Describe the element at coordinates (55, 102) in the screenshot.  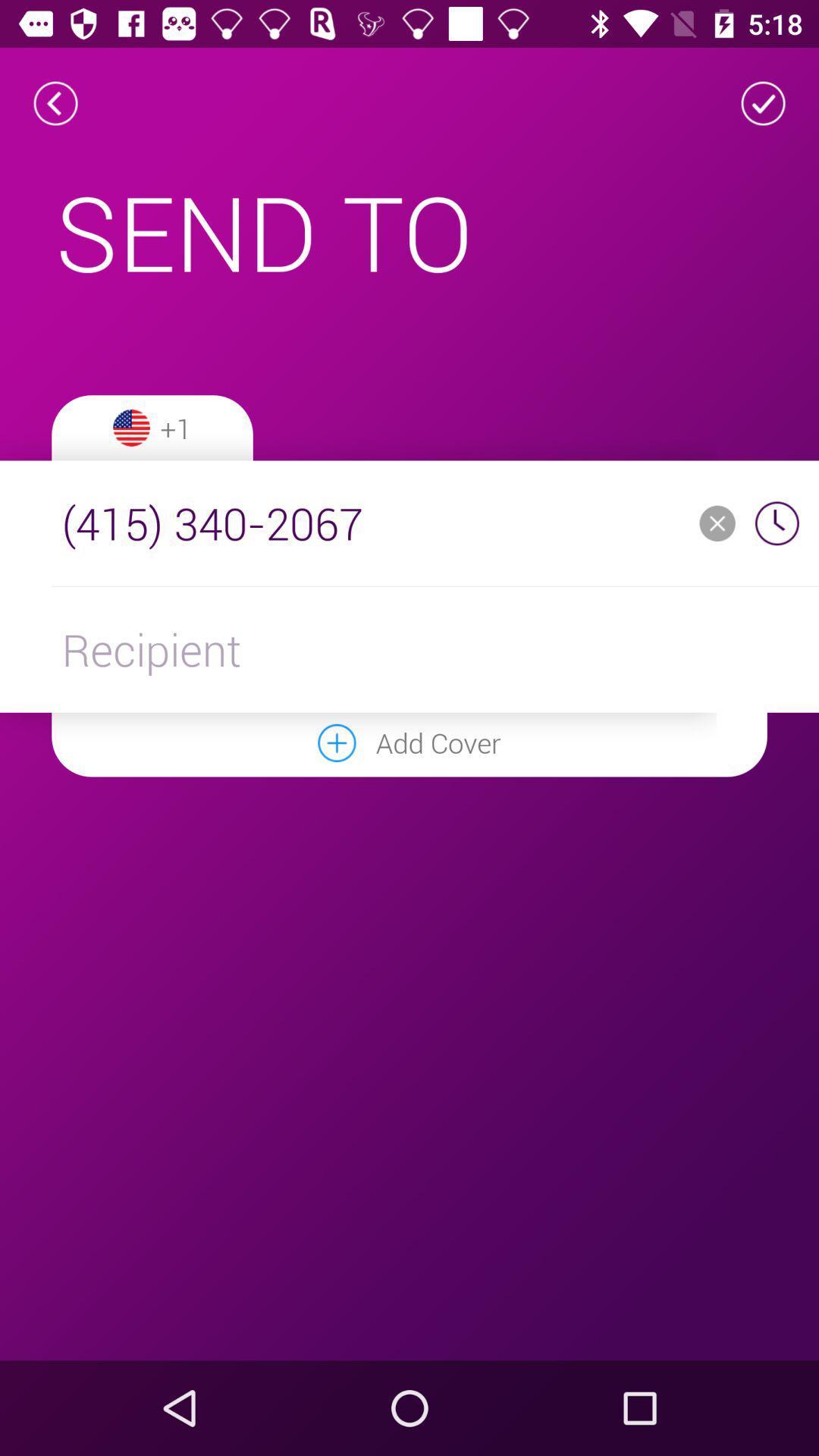
I see `the arrow_backward icon` at that location.